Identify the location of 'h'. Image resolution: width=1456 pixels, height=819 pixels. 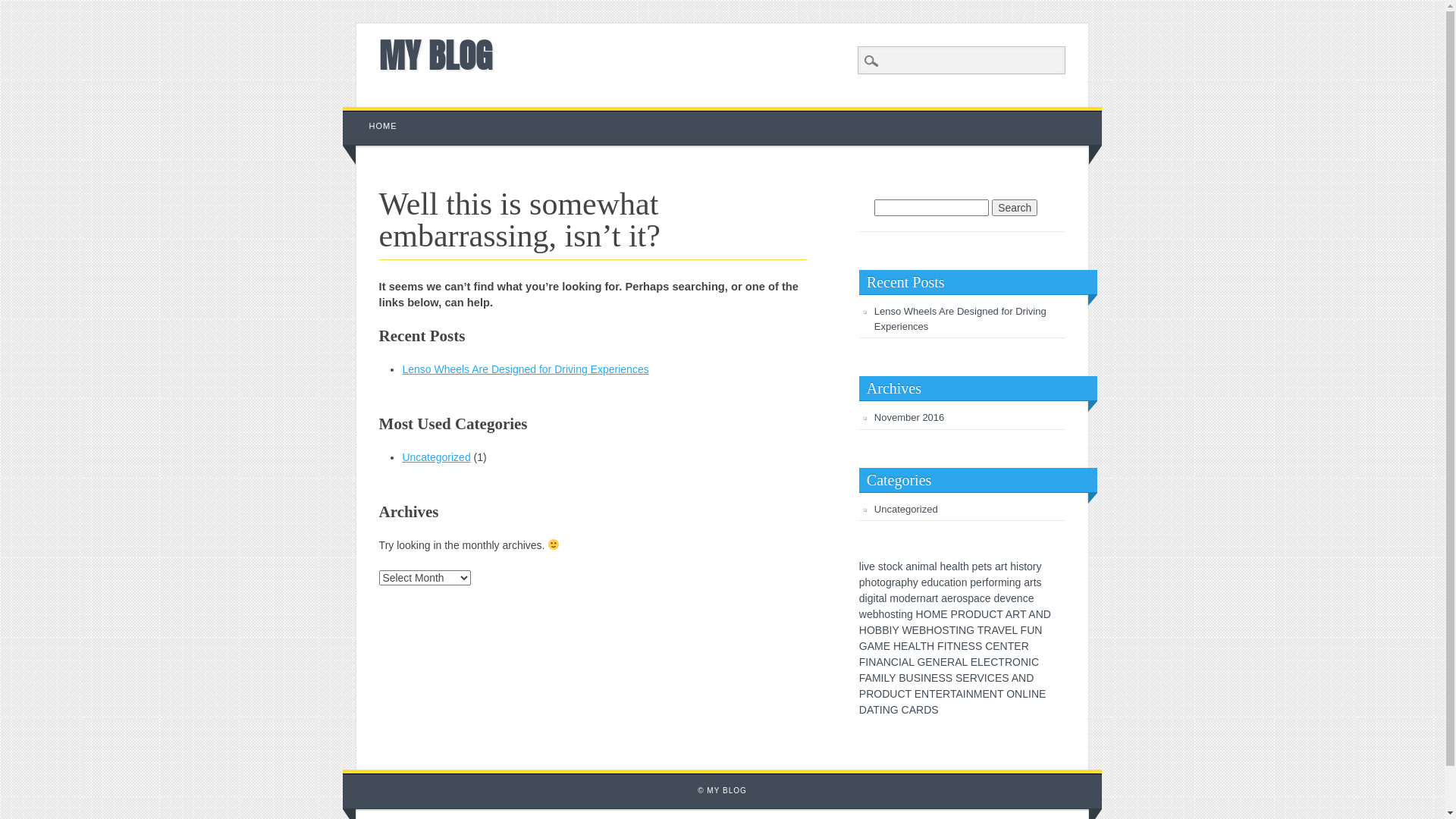
(942, 566).